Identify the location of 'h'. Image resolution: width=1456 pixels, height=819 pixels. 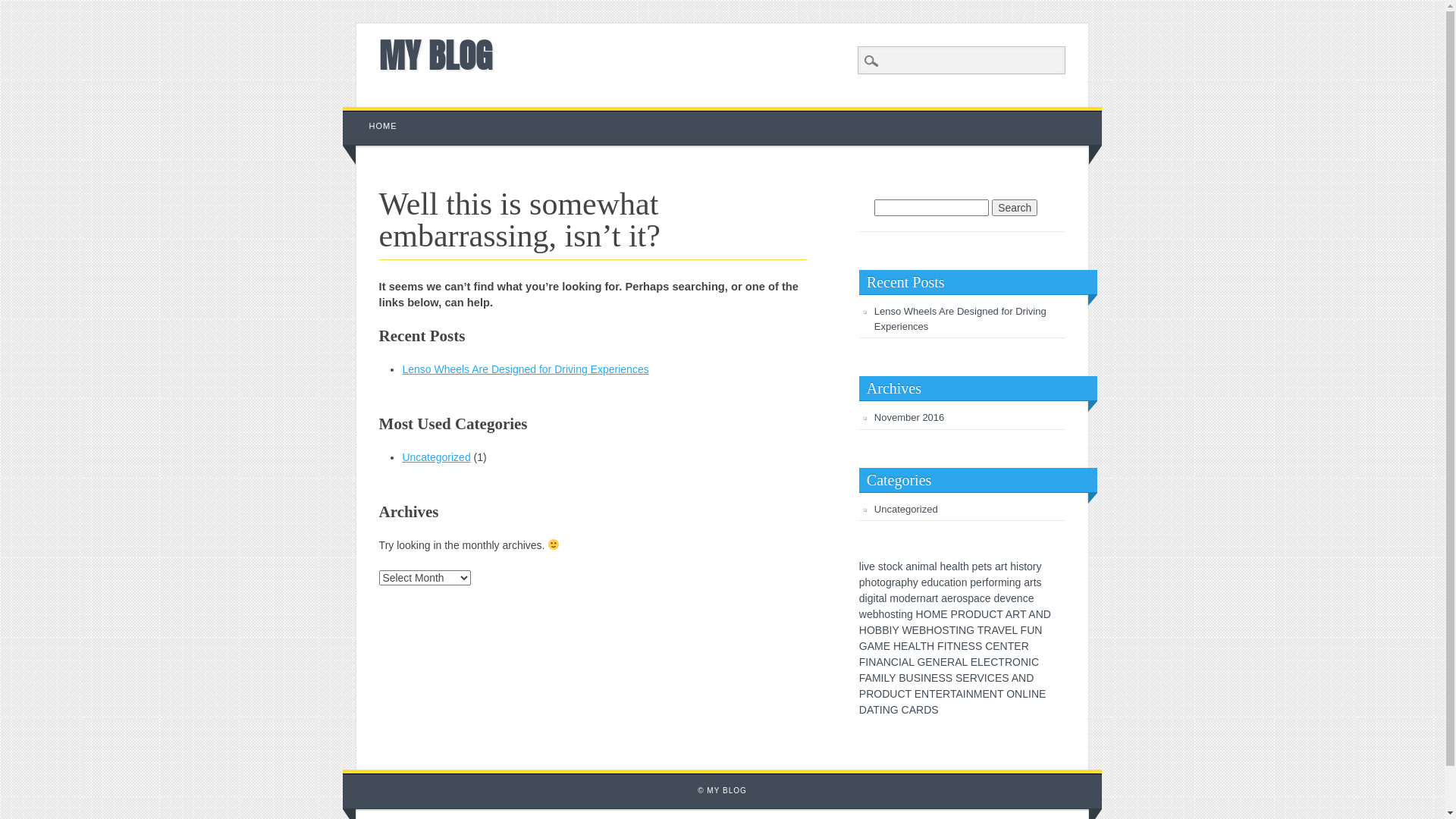
(942, 566).